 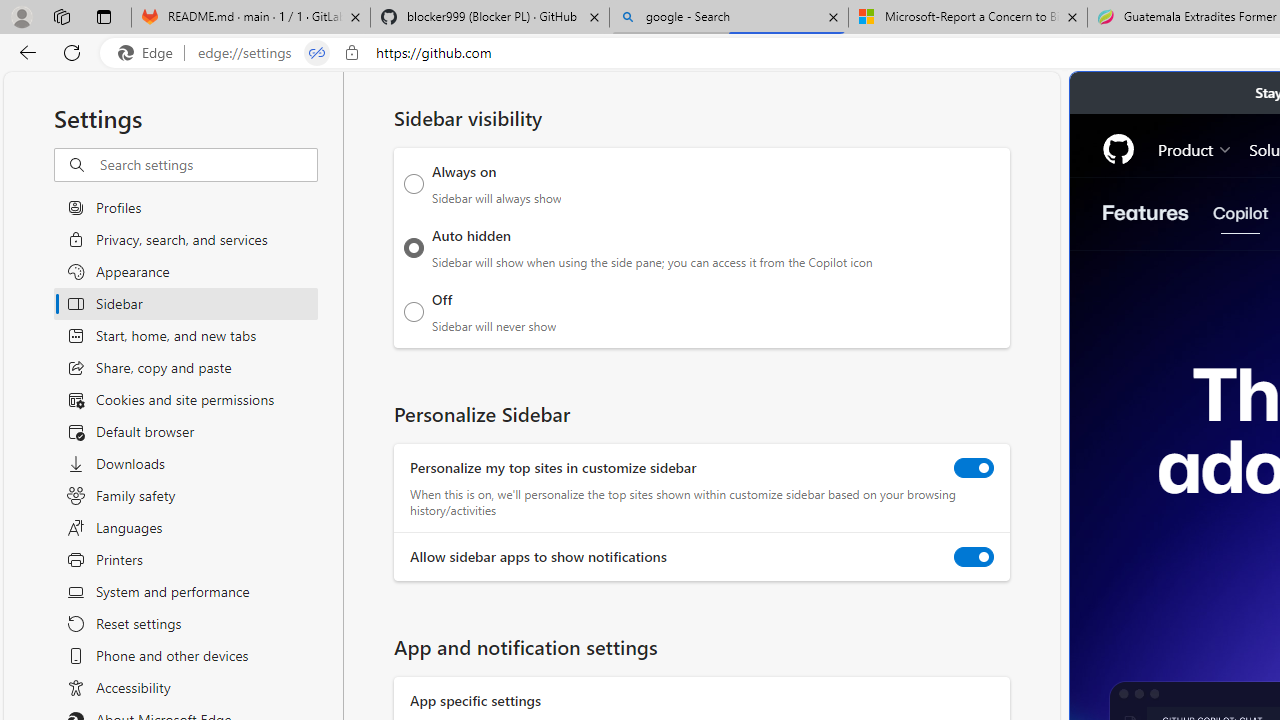 What do you see at coordinates (1145, 213) in the screenshot?
I see `'Features'` at bounding box center [1145, 213].